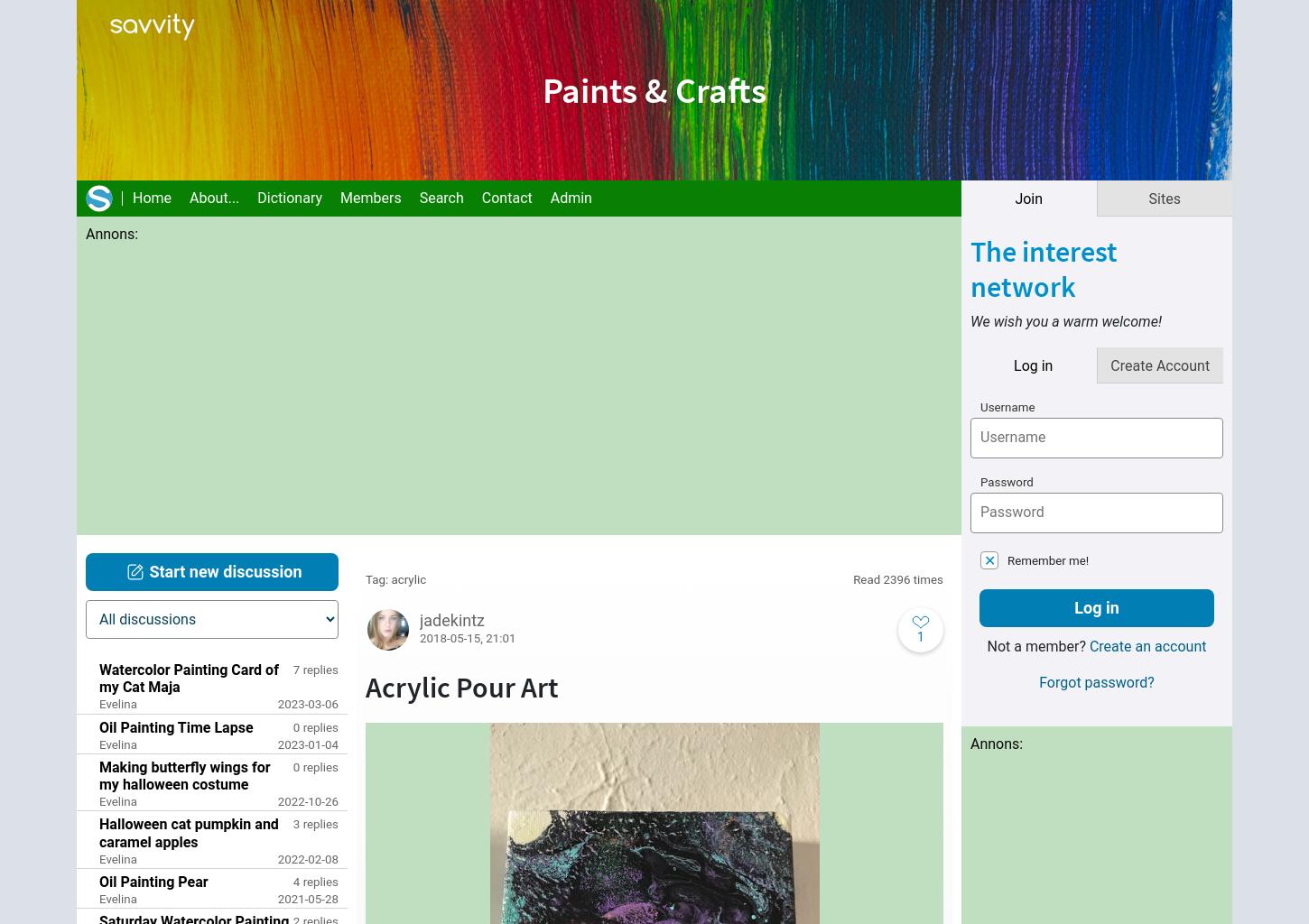 This screenshot has width=1309, height=924. What do you see at coordinates (369, 197) in the screenshot?
I see `'Members'` at bounding box center [369, 197].